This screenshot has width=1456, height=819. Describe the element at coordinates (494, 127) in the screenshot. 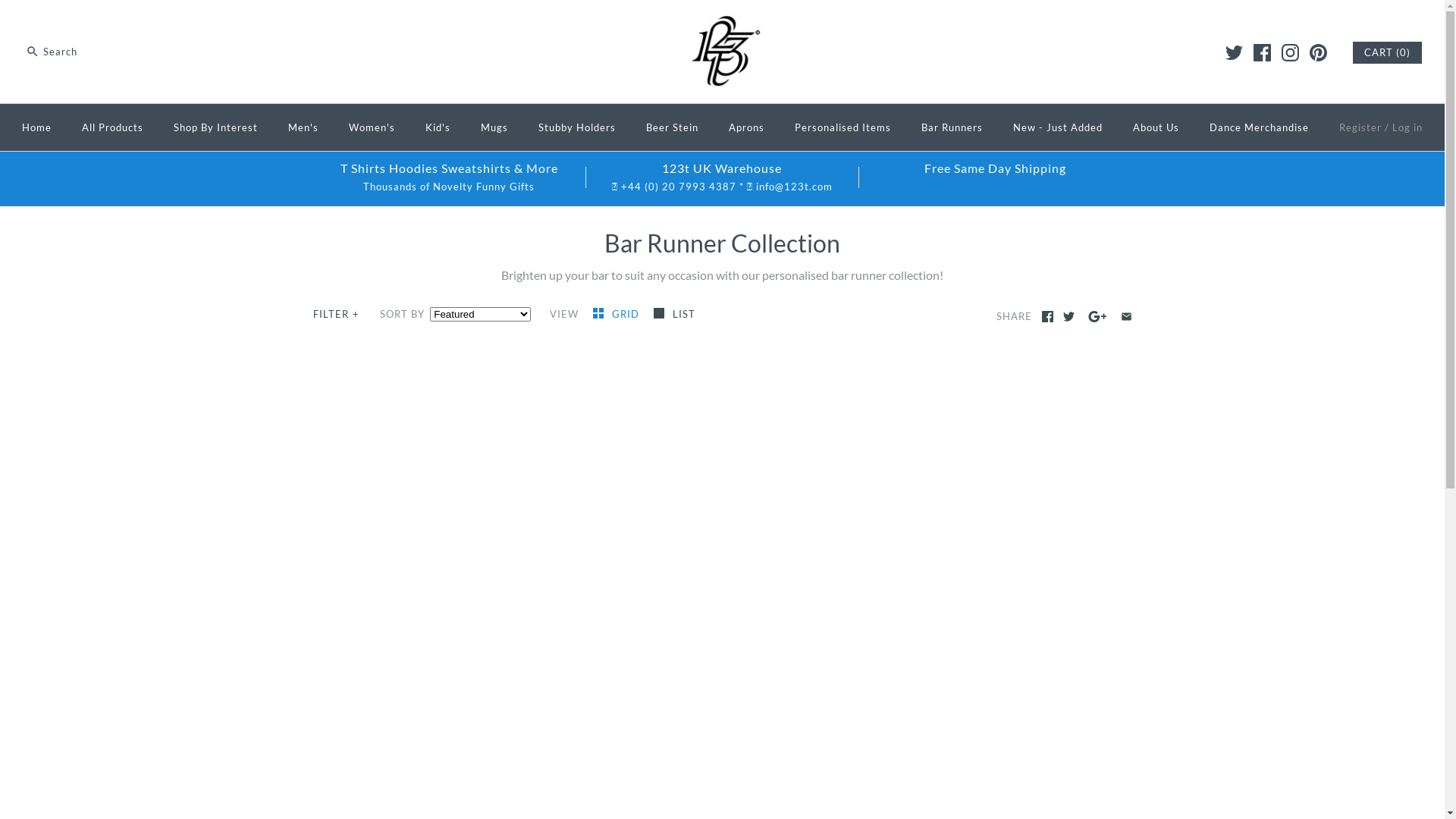

I see `'Mugs'` at that location.